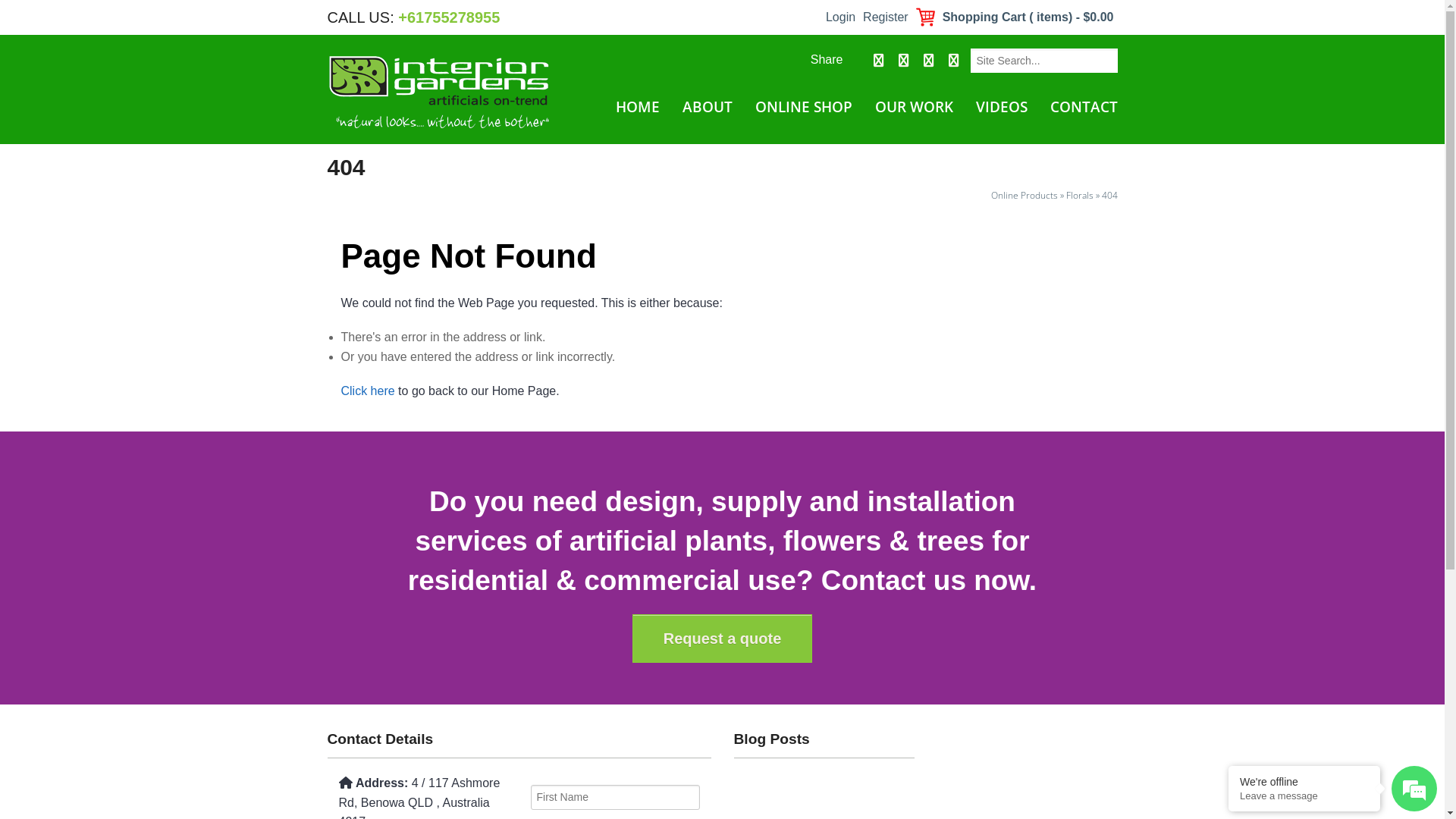 Image resolution: width=1456 pixels, height=819 pixels. I want to click on 'VIDEOS', so click(1001, 106).